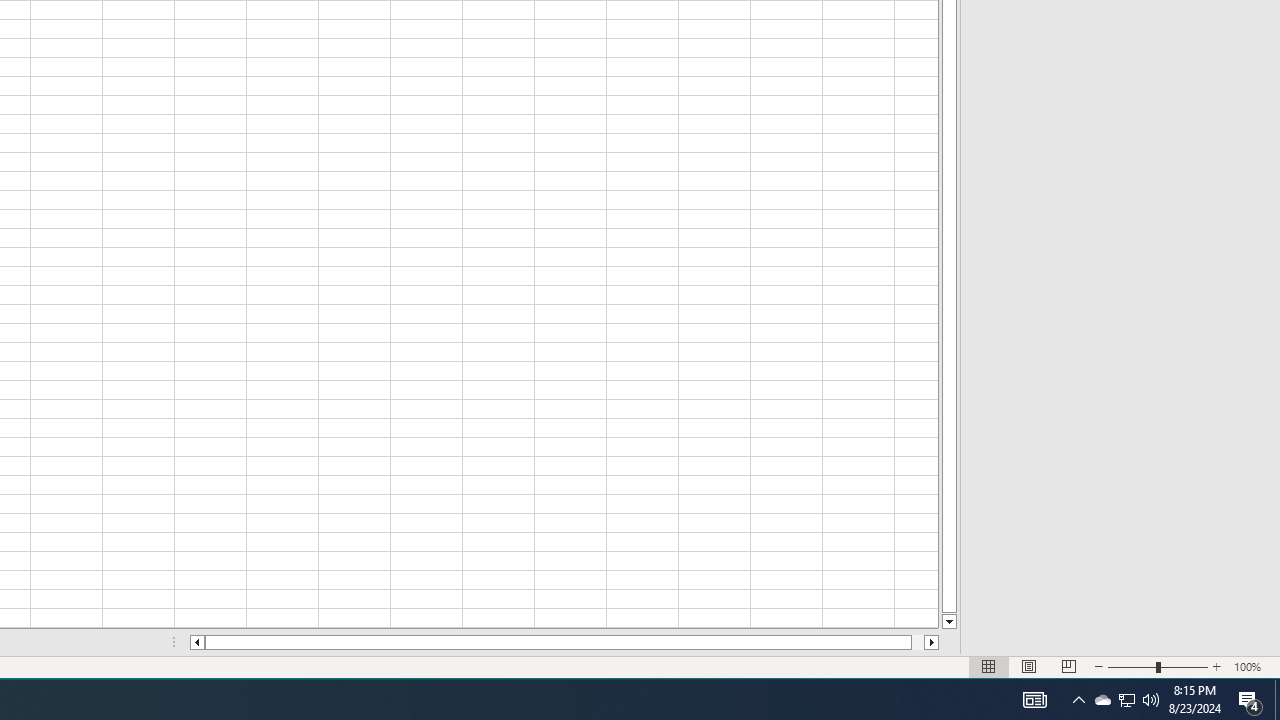 This screenshot has height=720, width=1280. What do you see at coordinates (1034, 698) in the screenshot?
I see `'AutomationID: 4105'` at bounding box center [1034, 698].